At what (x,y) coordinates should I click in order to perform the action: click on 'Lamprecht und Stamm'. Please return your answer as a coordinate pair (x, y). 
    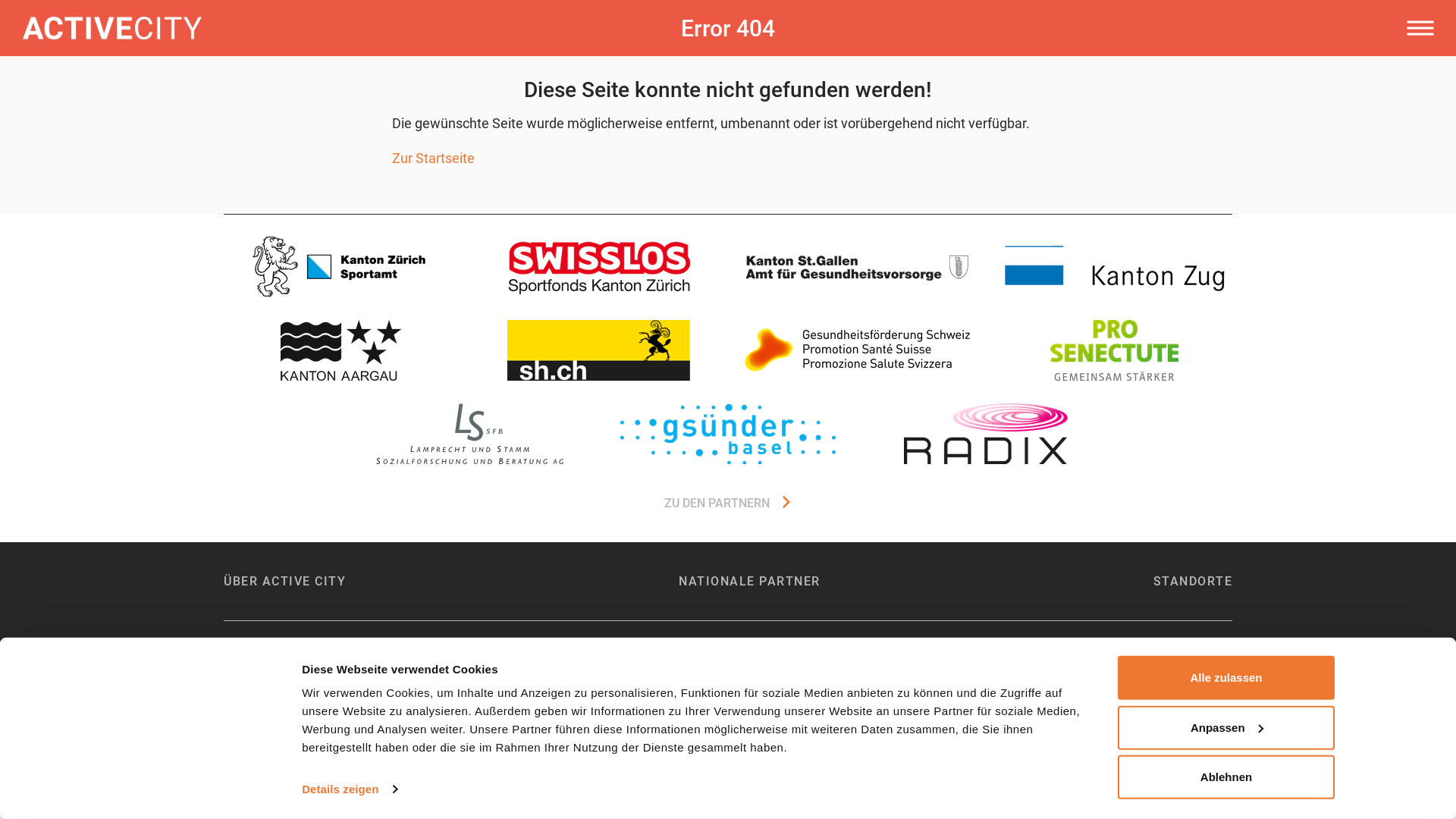
    Looking at the image, I should click on (469, 433).